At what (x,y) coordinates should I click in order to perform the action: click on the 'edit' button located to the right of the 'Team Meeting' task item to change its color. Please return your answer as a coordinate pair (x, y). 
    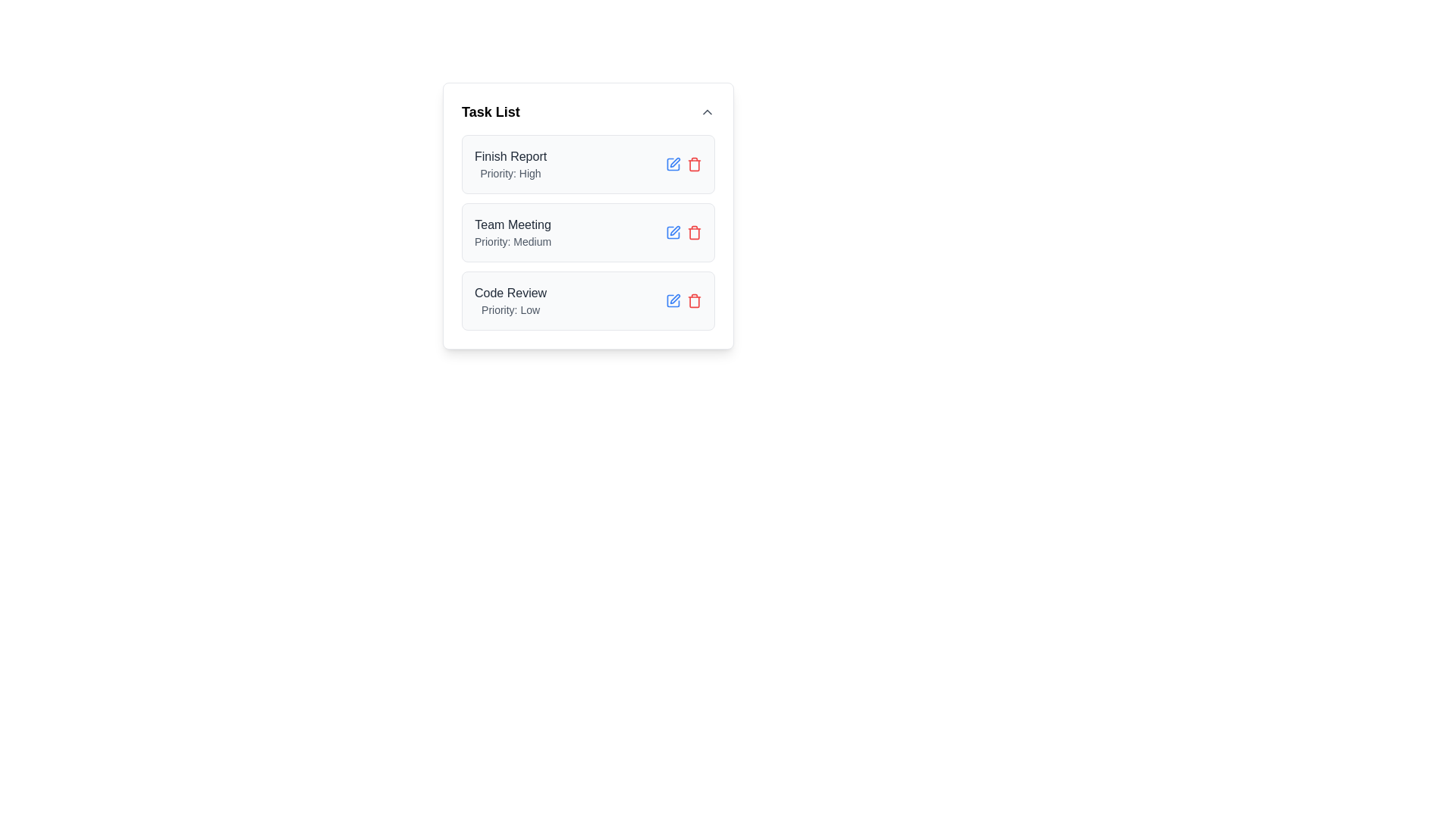
    Looking at the image, I should click on (673, 233).